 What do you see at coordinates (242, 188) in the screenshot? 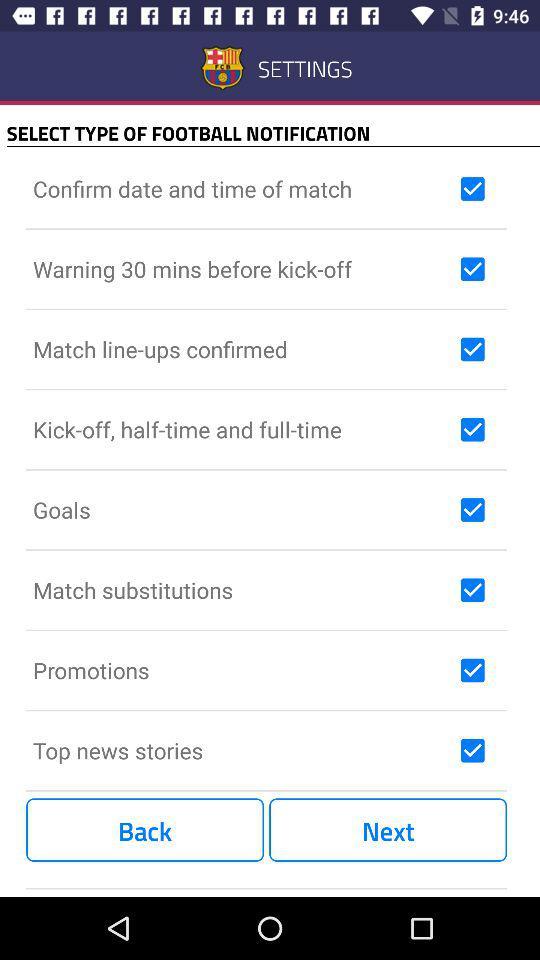
I see `the item below the select type of icon` at bounding box center [242, 188].